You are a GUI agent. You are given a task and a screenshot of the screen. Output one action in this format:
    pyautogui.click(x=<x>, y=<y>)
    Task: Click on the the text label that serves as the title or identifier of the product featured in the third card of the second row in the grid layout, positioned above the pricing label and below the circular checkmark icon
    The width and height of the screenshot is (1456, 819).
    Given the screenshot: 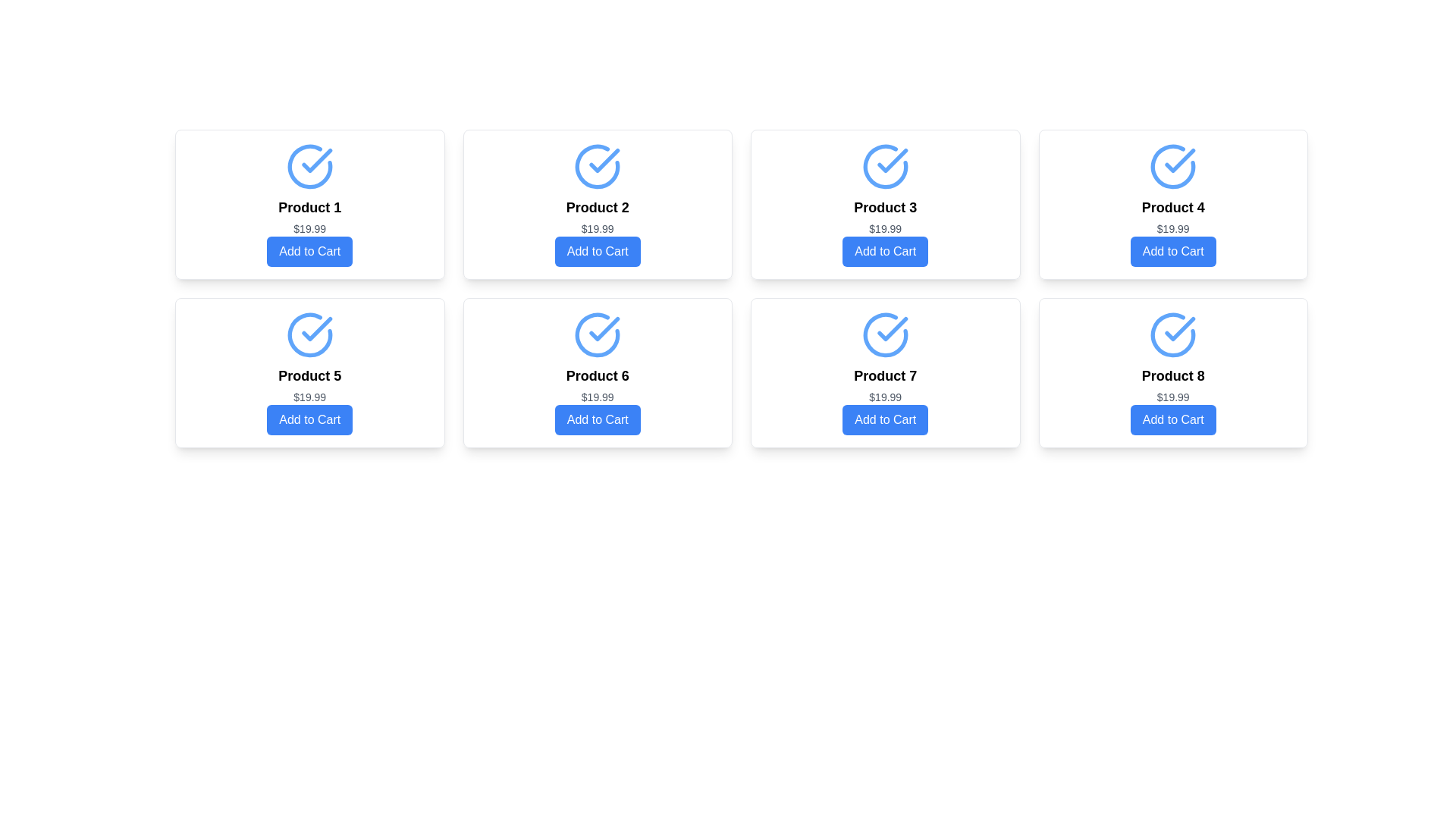 What is the action you would take?
    pyautogui.click(x=885, y=375)
    